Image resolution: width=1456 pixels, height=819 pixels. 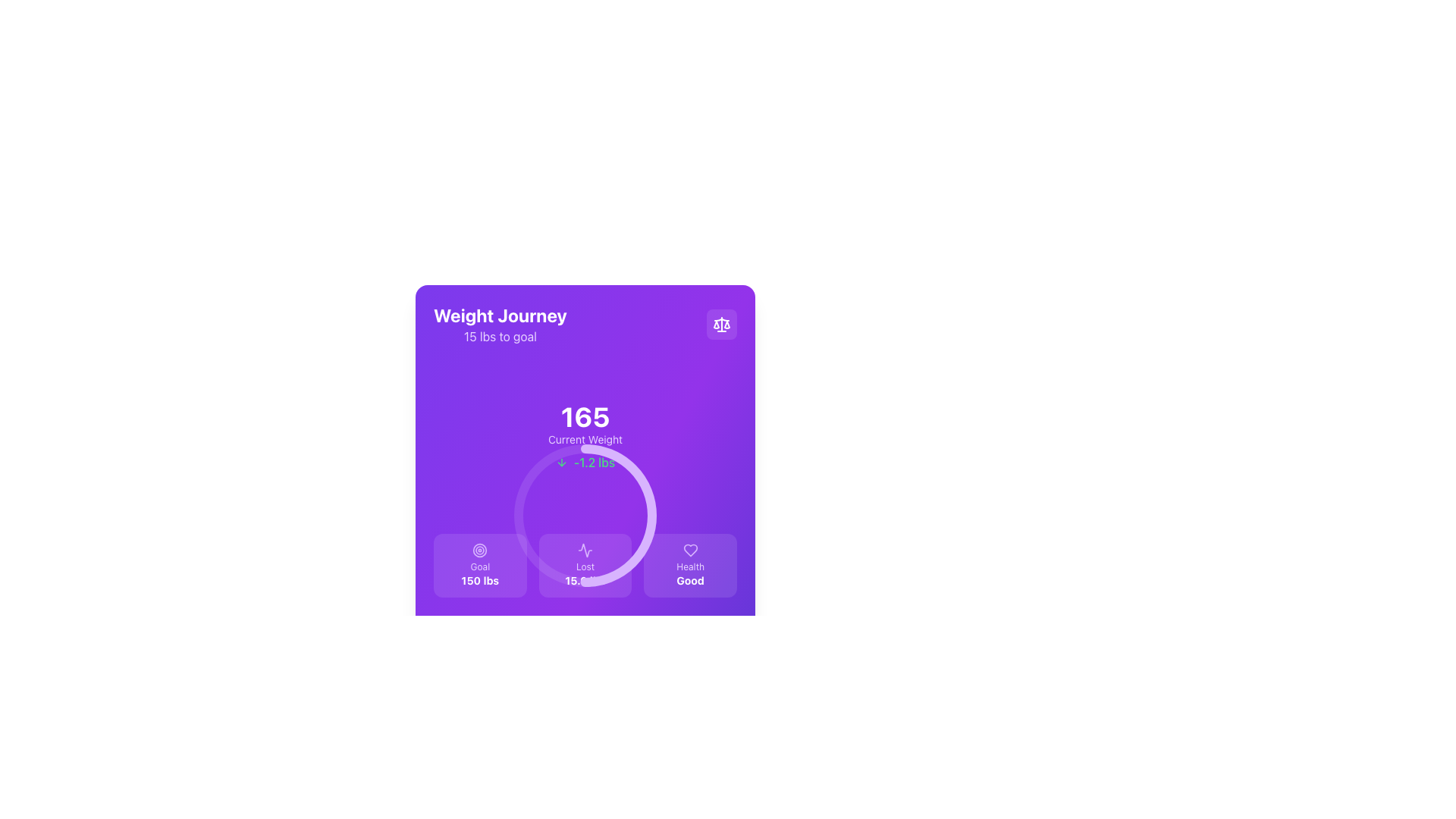 What do you see at coordinates (585, 550) in the screenshot?
I see `the central 'Lost' icon with a purple background in the panel of icons at the bottom of the card` at bounding box center [585, 550].